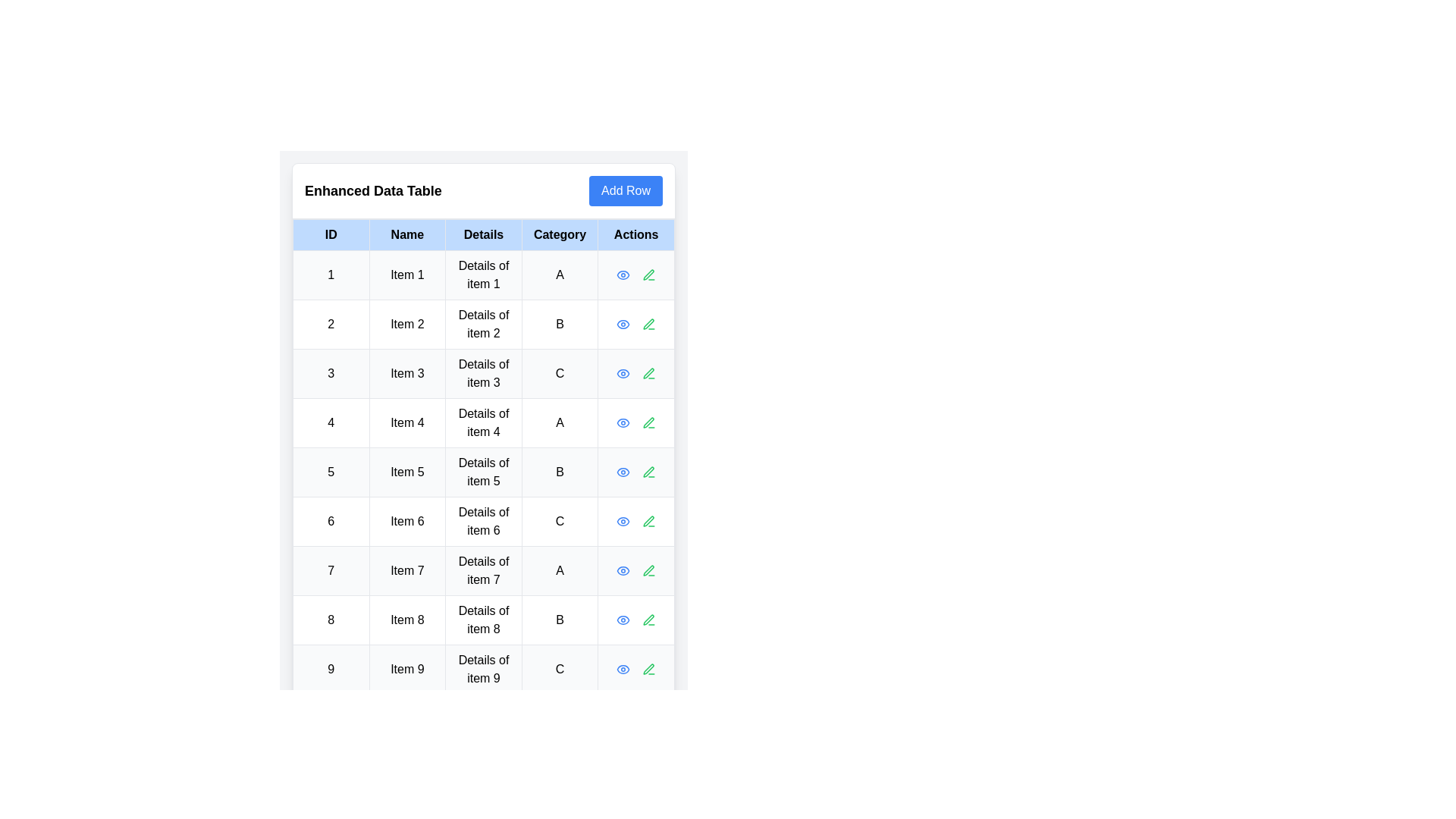  Describe the element at coordinates (648, 570) in the screenshot. I see `the edit icon located in the 'Actions' column of the table row for 'Item 7'` at that location.